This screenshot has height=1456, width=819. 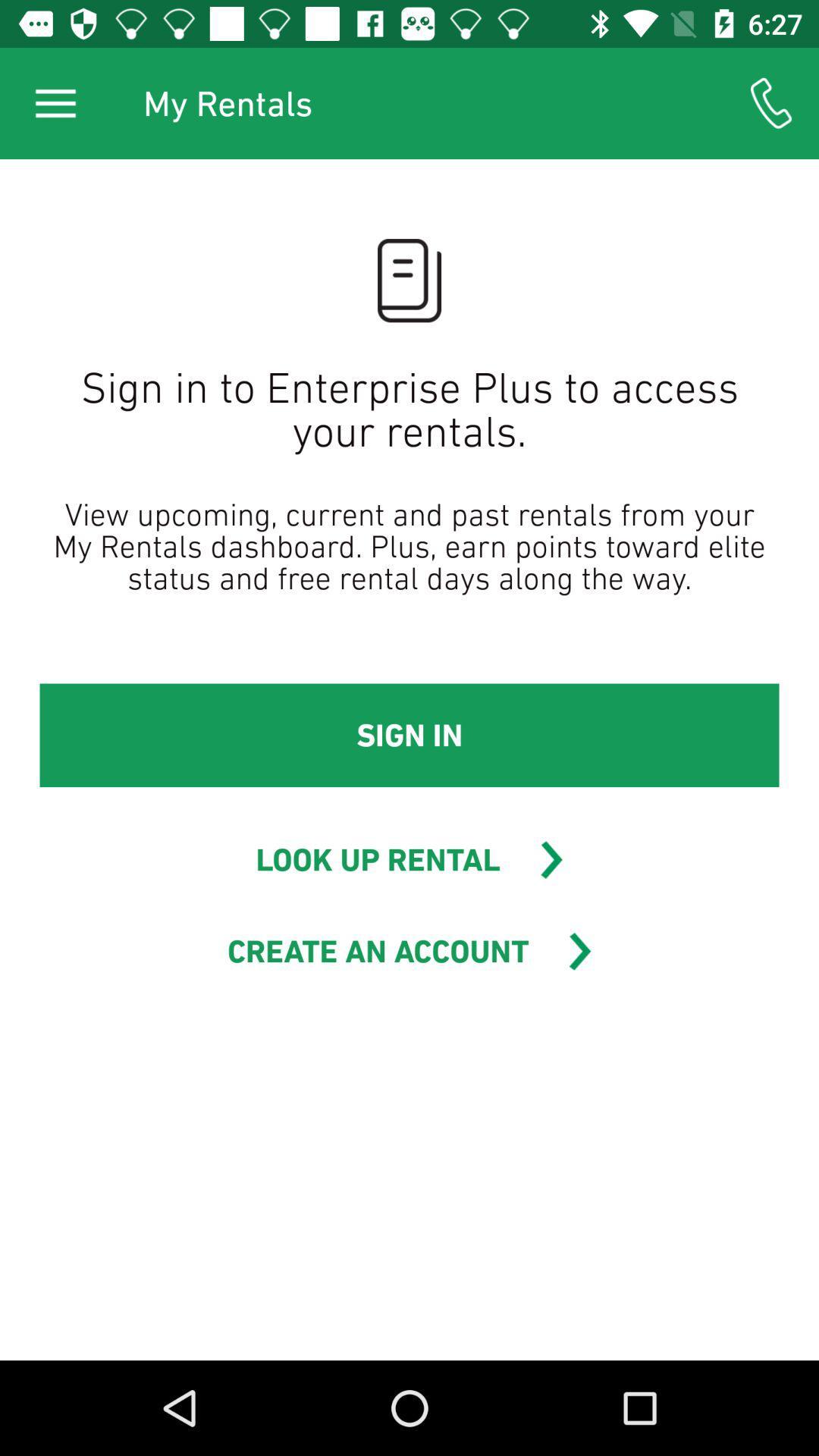 I want to click on item at the top right corner, so click(x=771, y=102).